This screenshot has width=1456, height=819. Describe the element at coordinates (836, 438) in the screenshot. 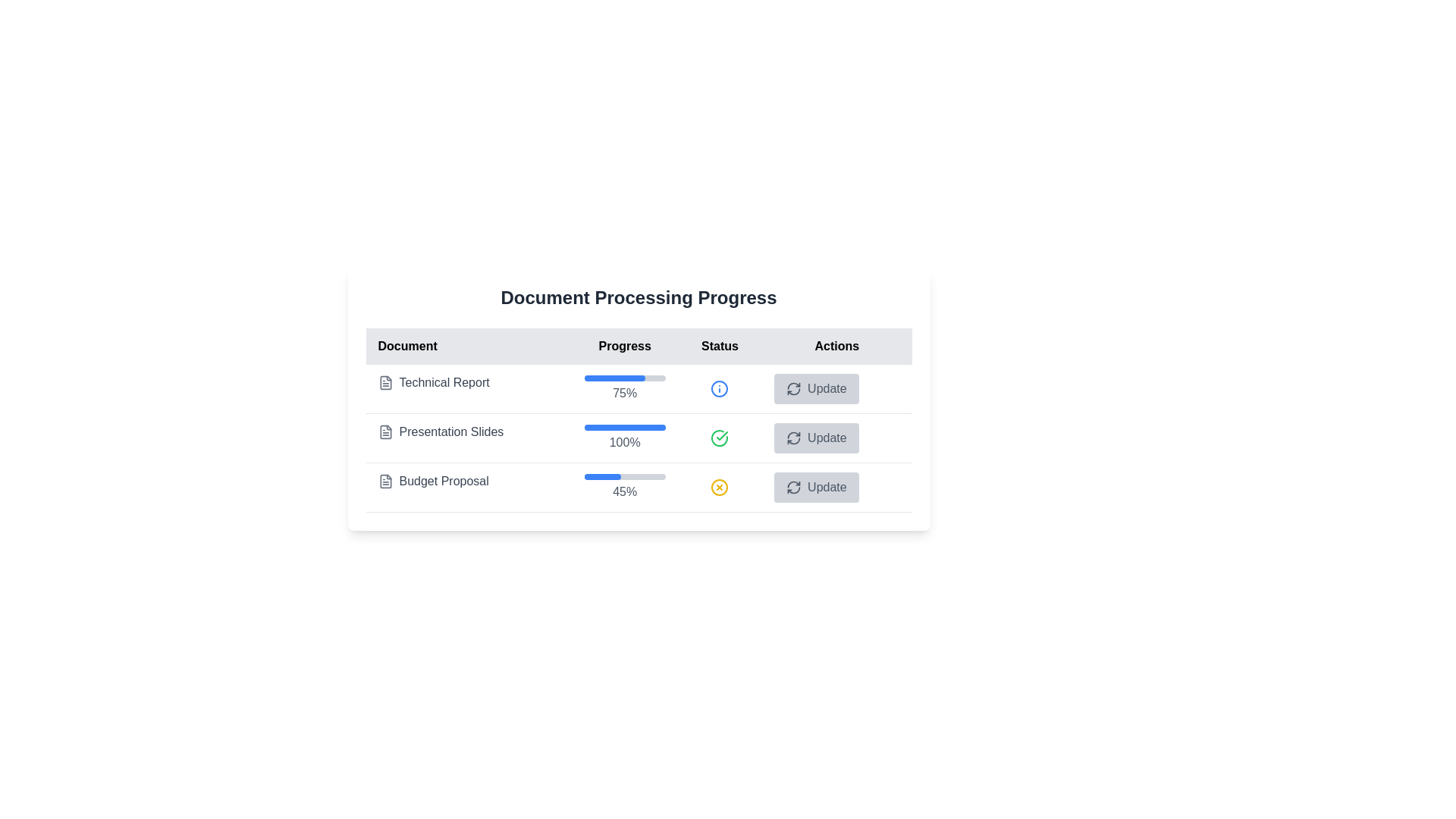

I see `the 'Update' button with a light gray background and rounded corners in the Actions column of the third row corresponding to 'Presentation Slides'` at that location.